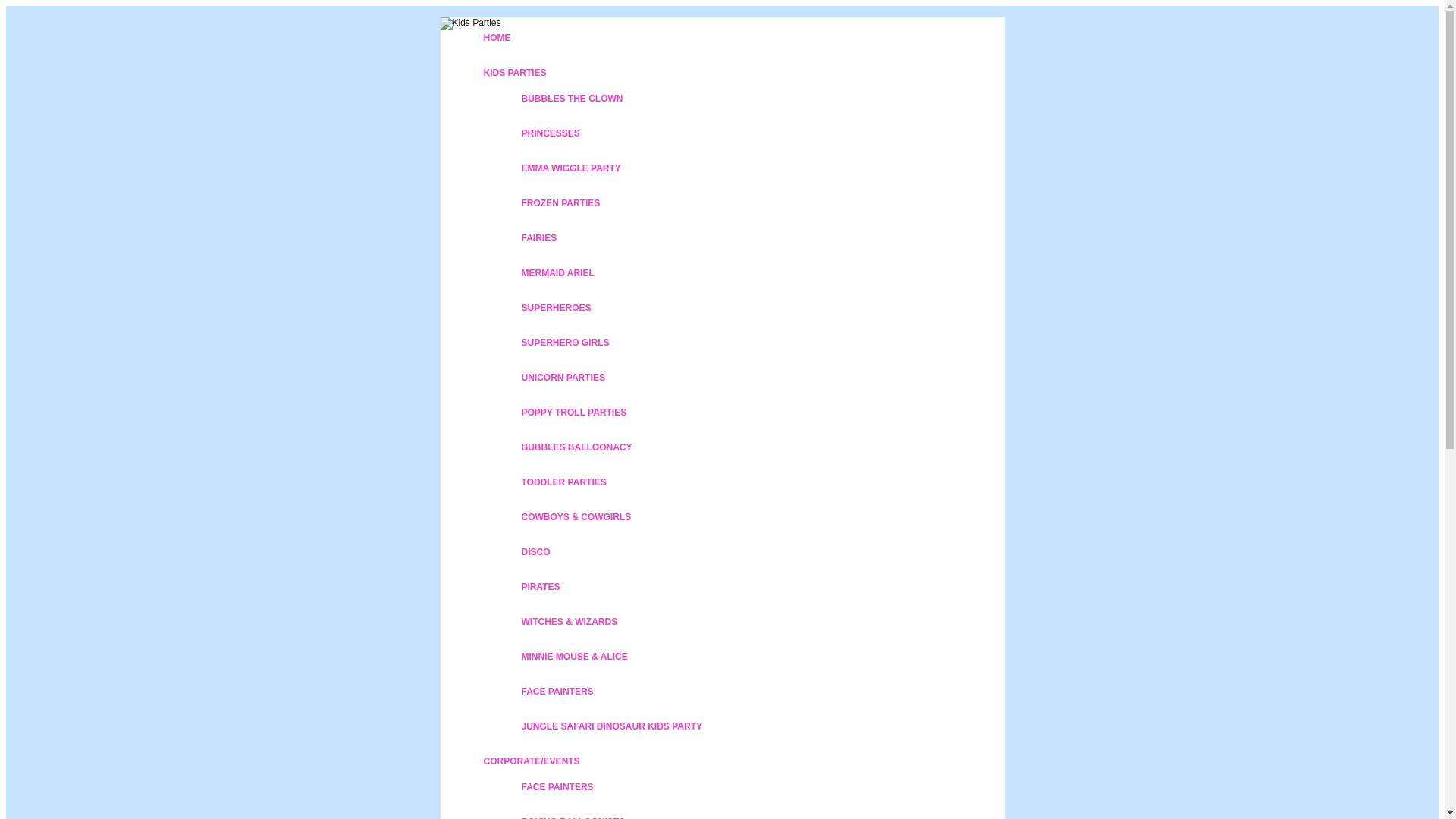 The width and height of the screenshot is (1456, 819). What do you see at coordinates (516, 237) in the screenshot?
I see `'FAIRIES'` at bounding box center [516, 237].